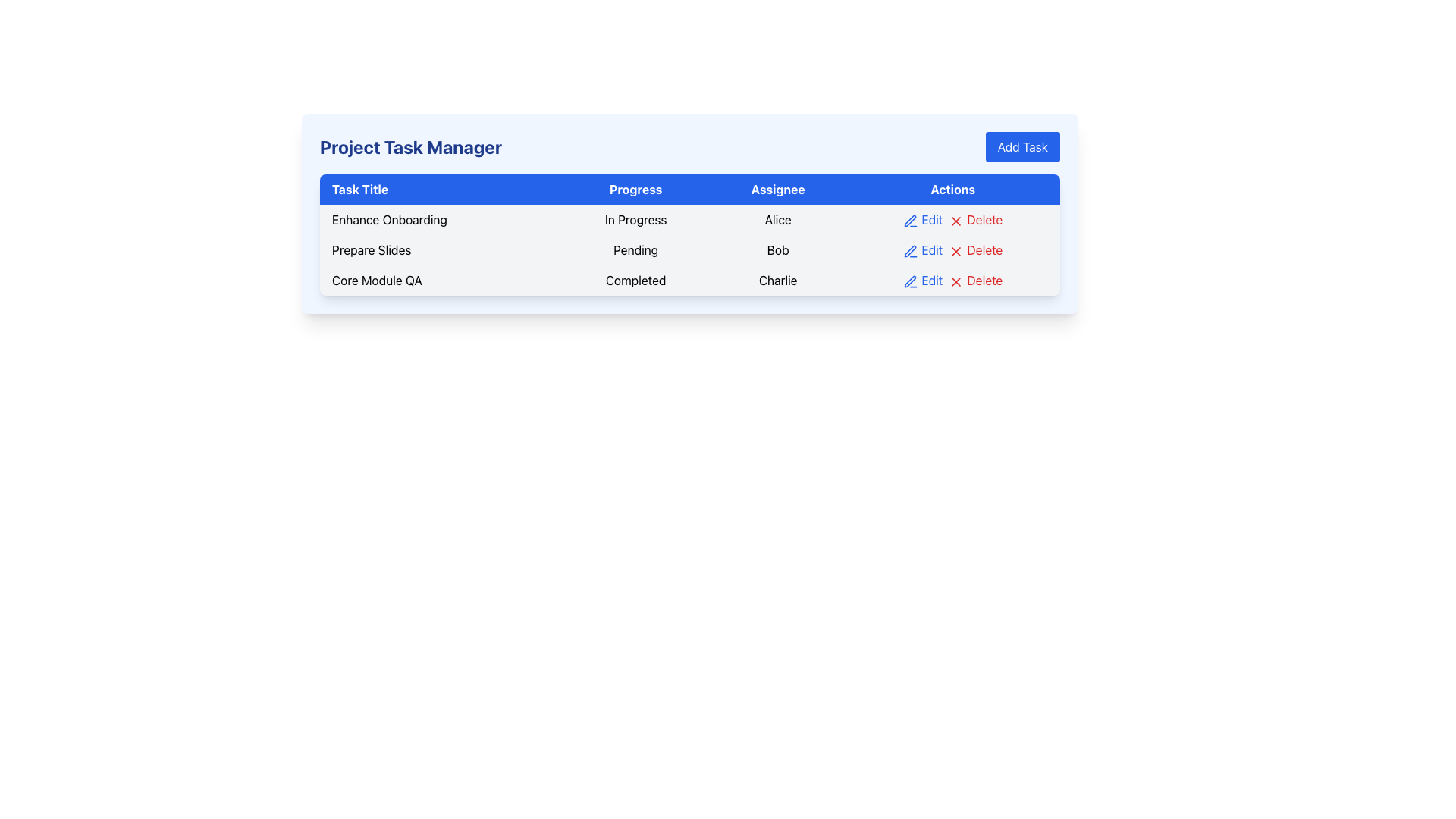 This screenshot has height=819, width=1456. Describe the element at coordinates (635, 189) in the screenshot. I see `the 'Progress' Text Label, which is displayed in bold white font on a blue background, centrally located in a row of four headers within a table layout in the project management dashboard` at that location.